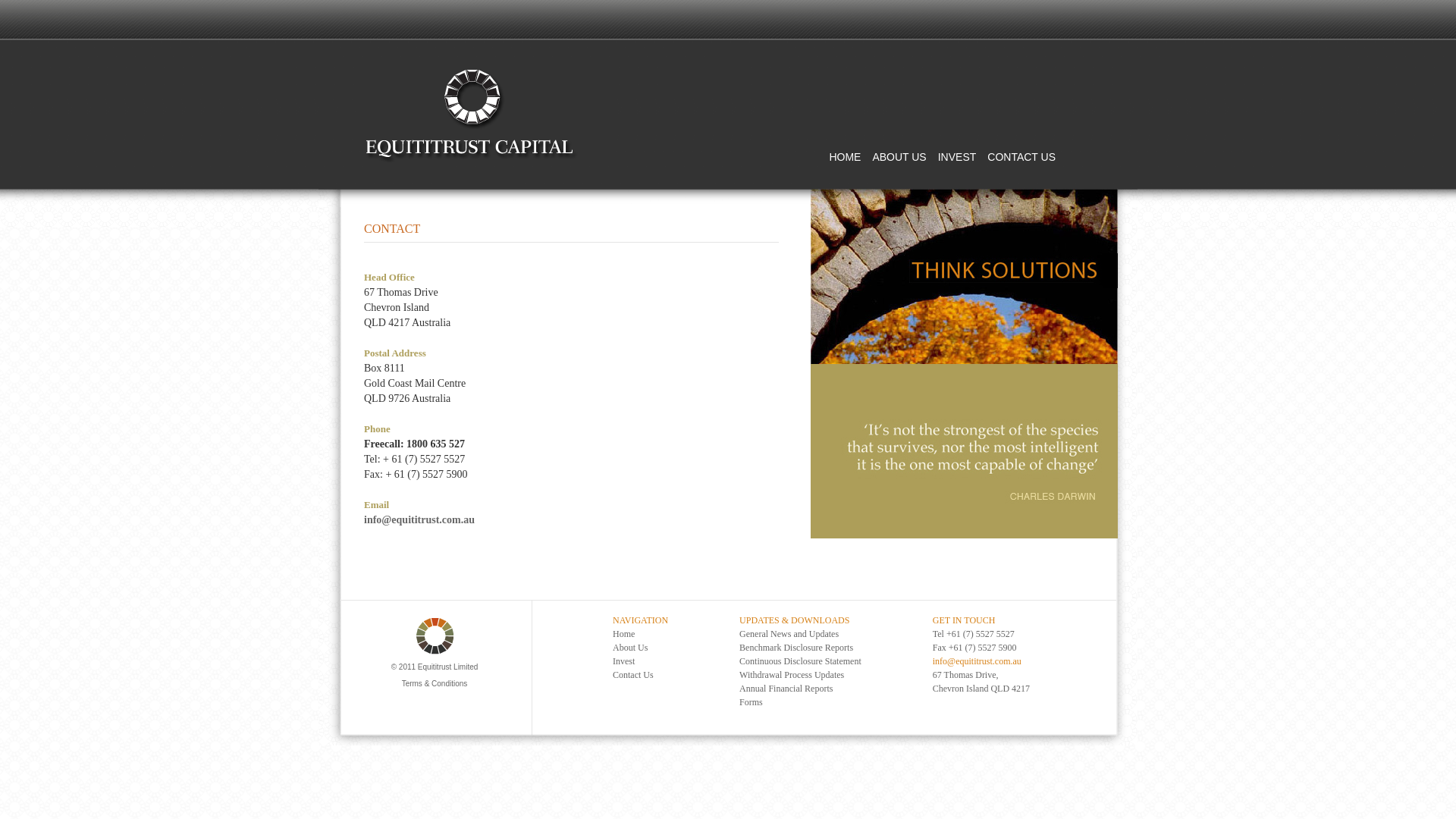 This screenshot has height=819, width=1456. What do you see at coordinates (419, 519) in the screenshot?
I see `'info@equititrust.com.au'` at bounding box center [419, 519].